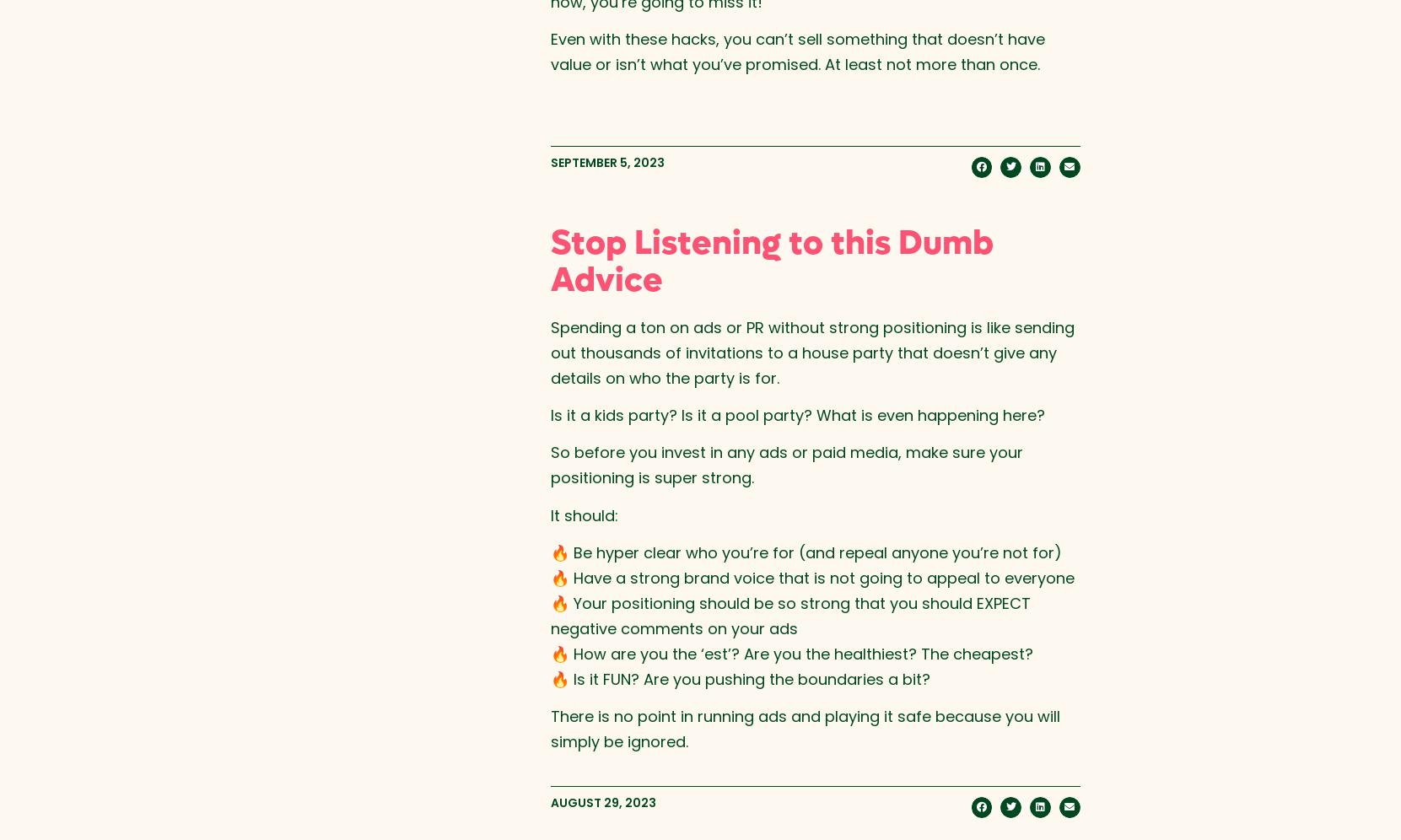 The width and height of the screenshot is (1401, 840). I want to click on 'So before you invest in any ads or paid media, make sure your positioning is super strong.', so click(784, 464).